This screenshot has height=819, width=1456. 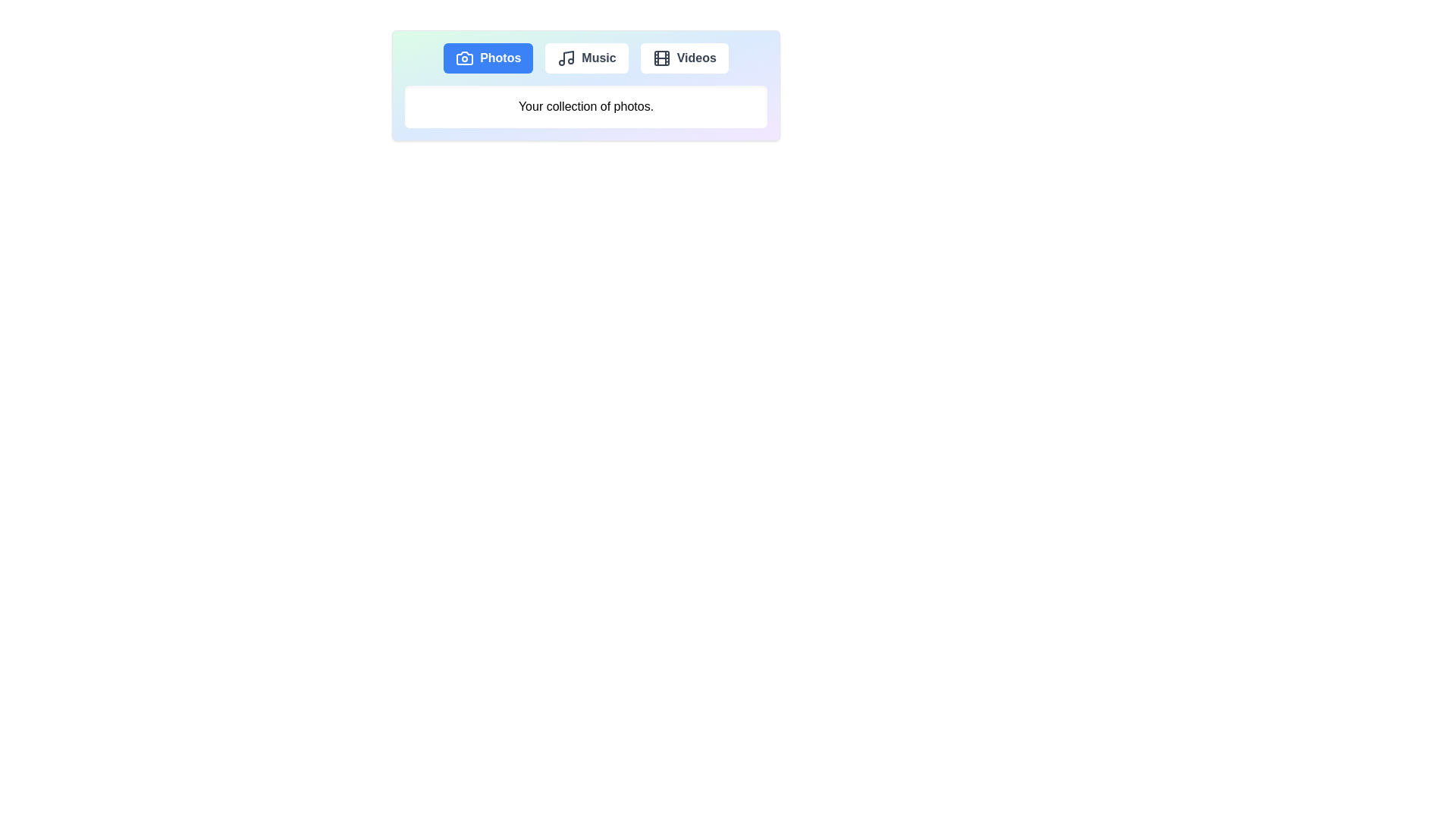 I want to click on the navigation button for video content, so click(x=683, y=58).